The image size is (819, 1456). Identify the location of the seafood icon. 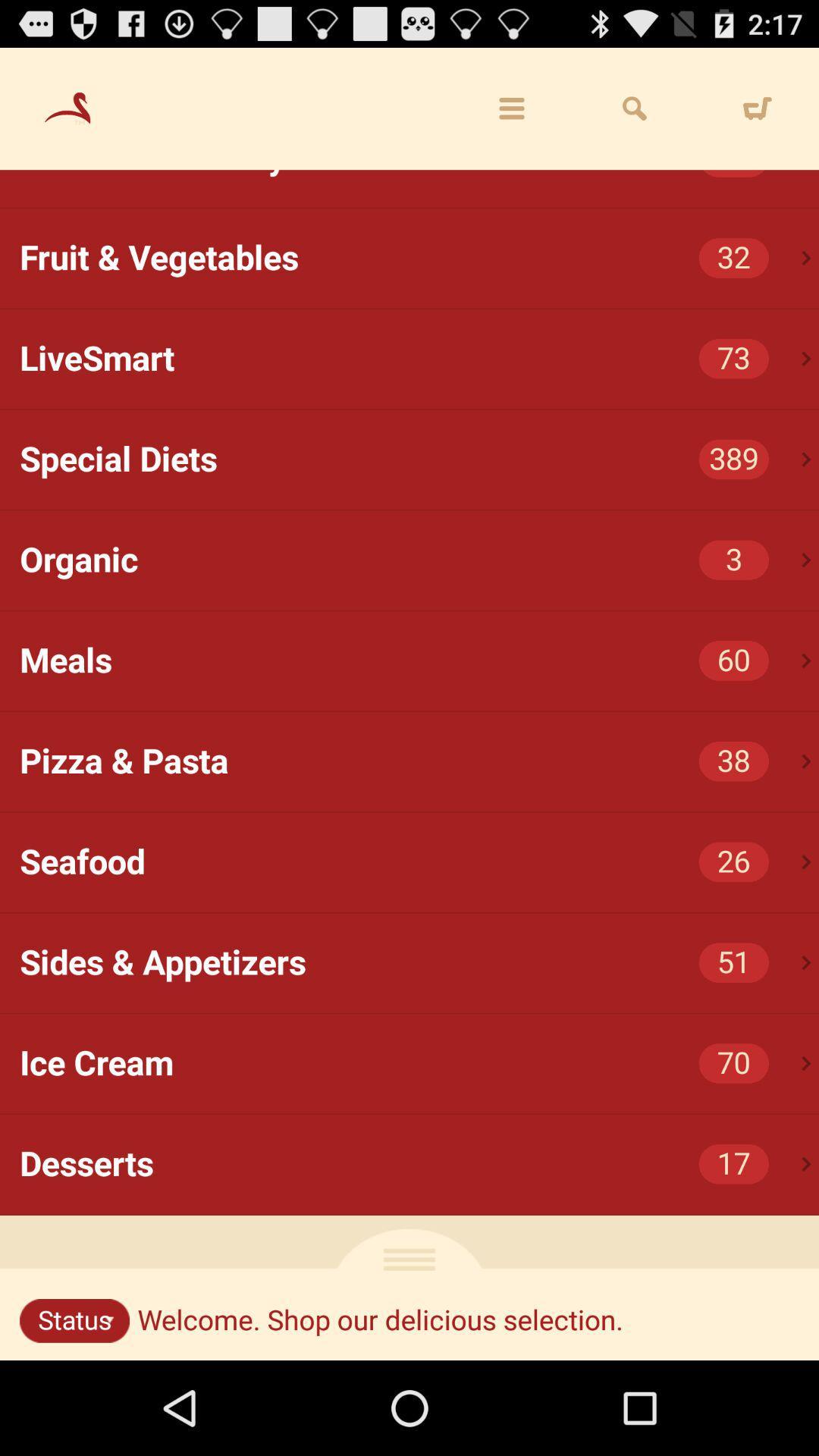
(419, 862).